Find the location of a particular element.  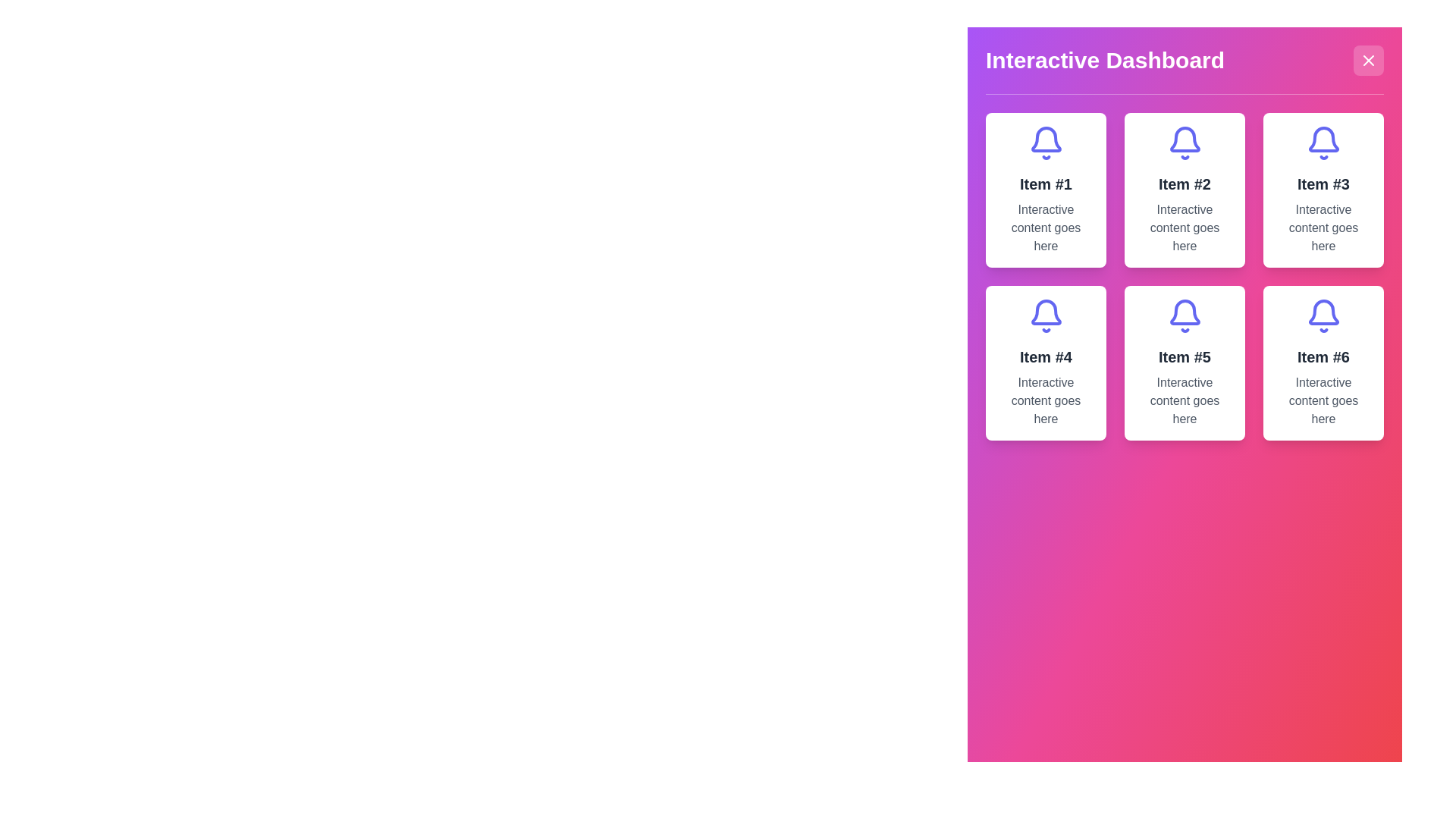

the first card in the grid layout, which is a vertically oriented rectangular card with a white background, a blue bell icon at the top, and text 'Item #1' in bold followed by 'Interactive content goes here' is located at coordinates (1045, 189).